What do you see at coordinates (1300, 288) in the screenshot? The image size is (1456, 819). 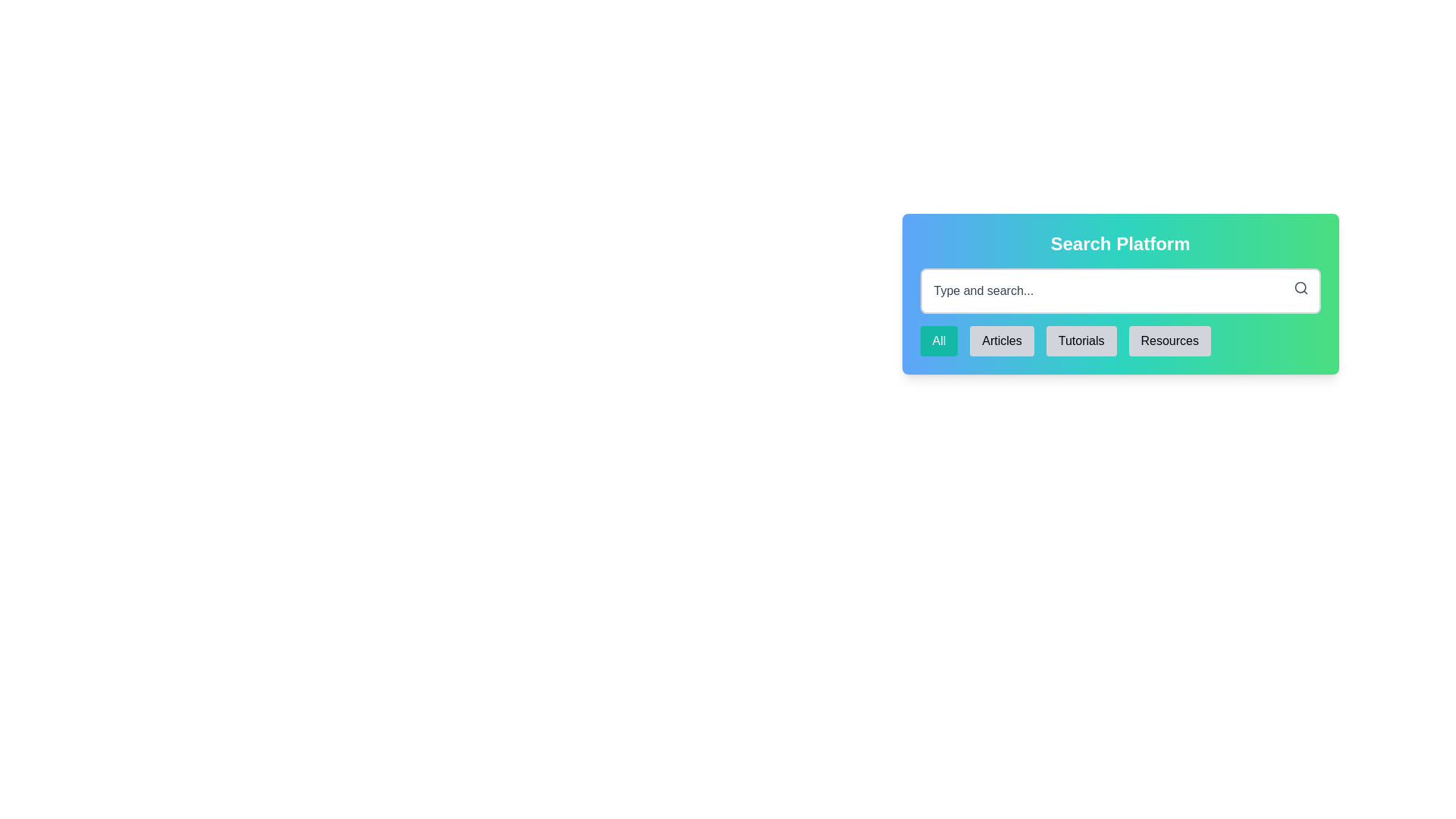 I see `the circular magnifying glass icon button located in the top-right corner of the input field labeled 'Type and search...'` at bounding box center [1300, 288].